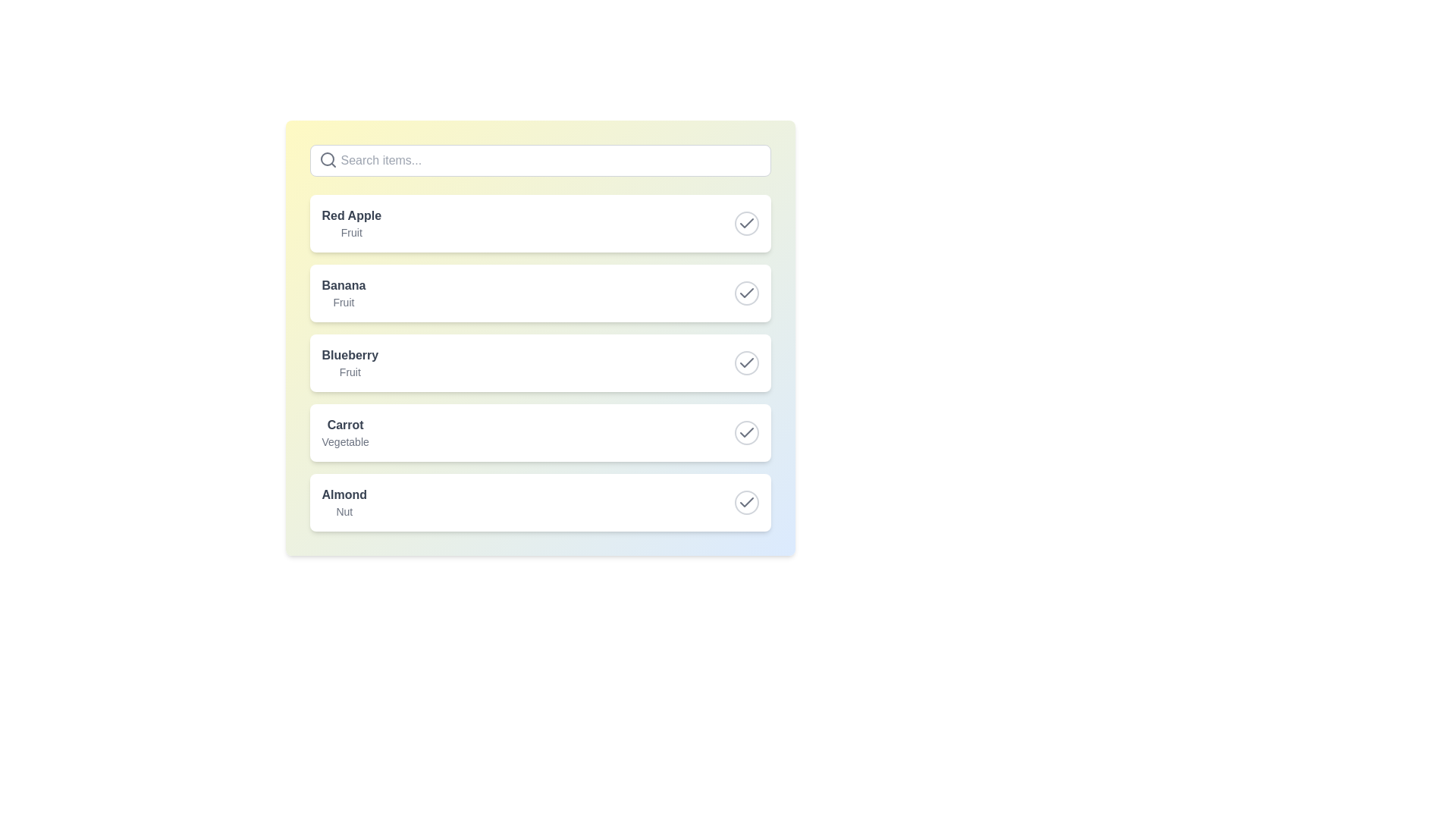 This screenshot has width=1456, height=819. What do you see at coordinates (344, 503) in the screenshot?
I see `the text block containing 'Almond' and 'Nut', which is vertically stacked and aligned to the left, located under 'Carrot'` at bounding box center [344, 503].